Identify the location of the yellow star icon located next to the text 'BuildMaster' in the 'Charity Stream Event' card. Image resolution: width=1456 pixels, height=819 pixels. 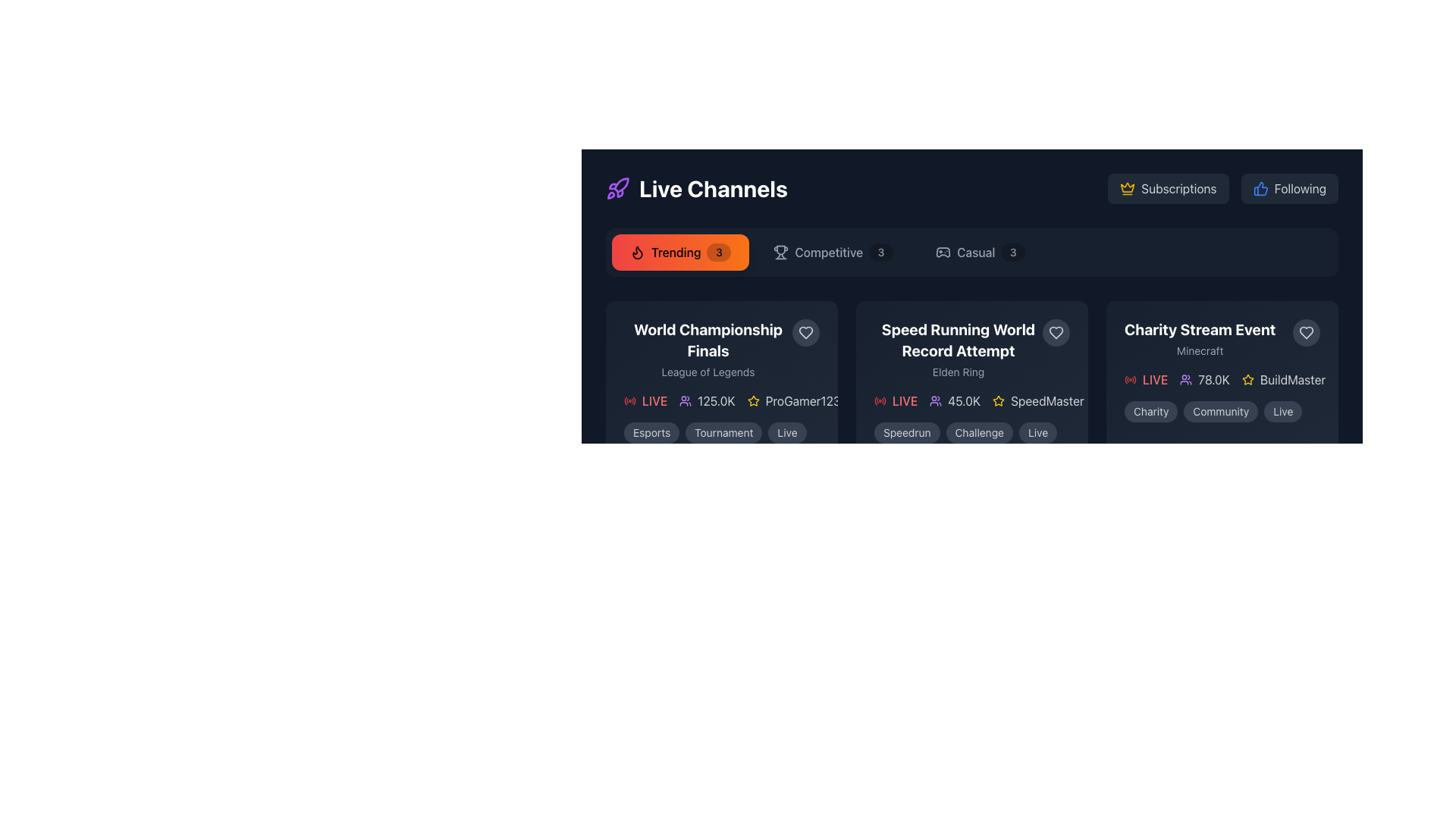
(1248, 379).